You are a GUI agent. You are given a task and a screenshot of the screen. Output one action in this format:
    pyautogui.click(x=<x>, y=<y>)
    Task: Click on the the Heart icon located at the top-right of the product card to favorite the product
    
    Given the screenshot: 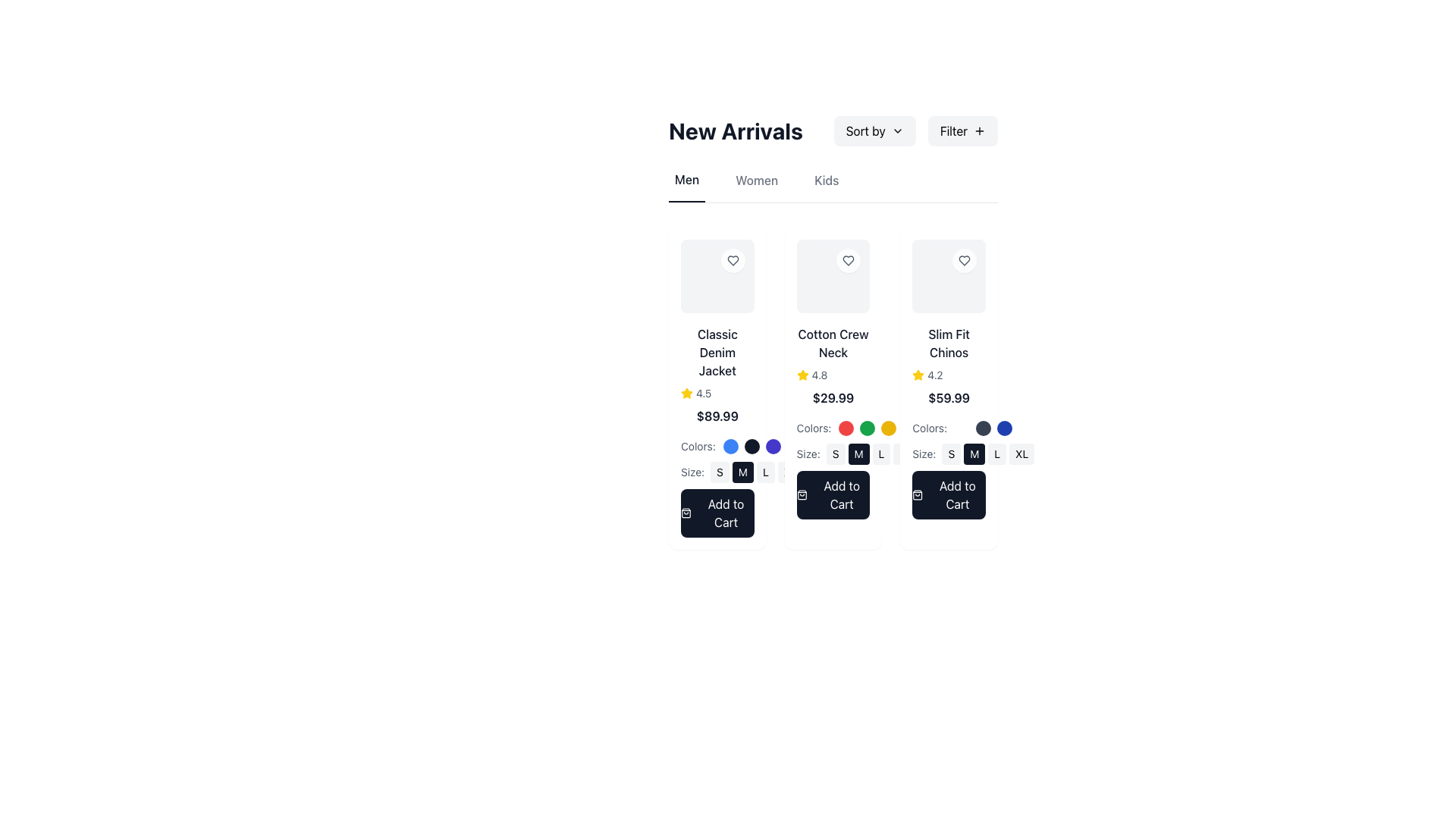 What is the action you would take?
    pyautogui.click(x=848, y=259)
    